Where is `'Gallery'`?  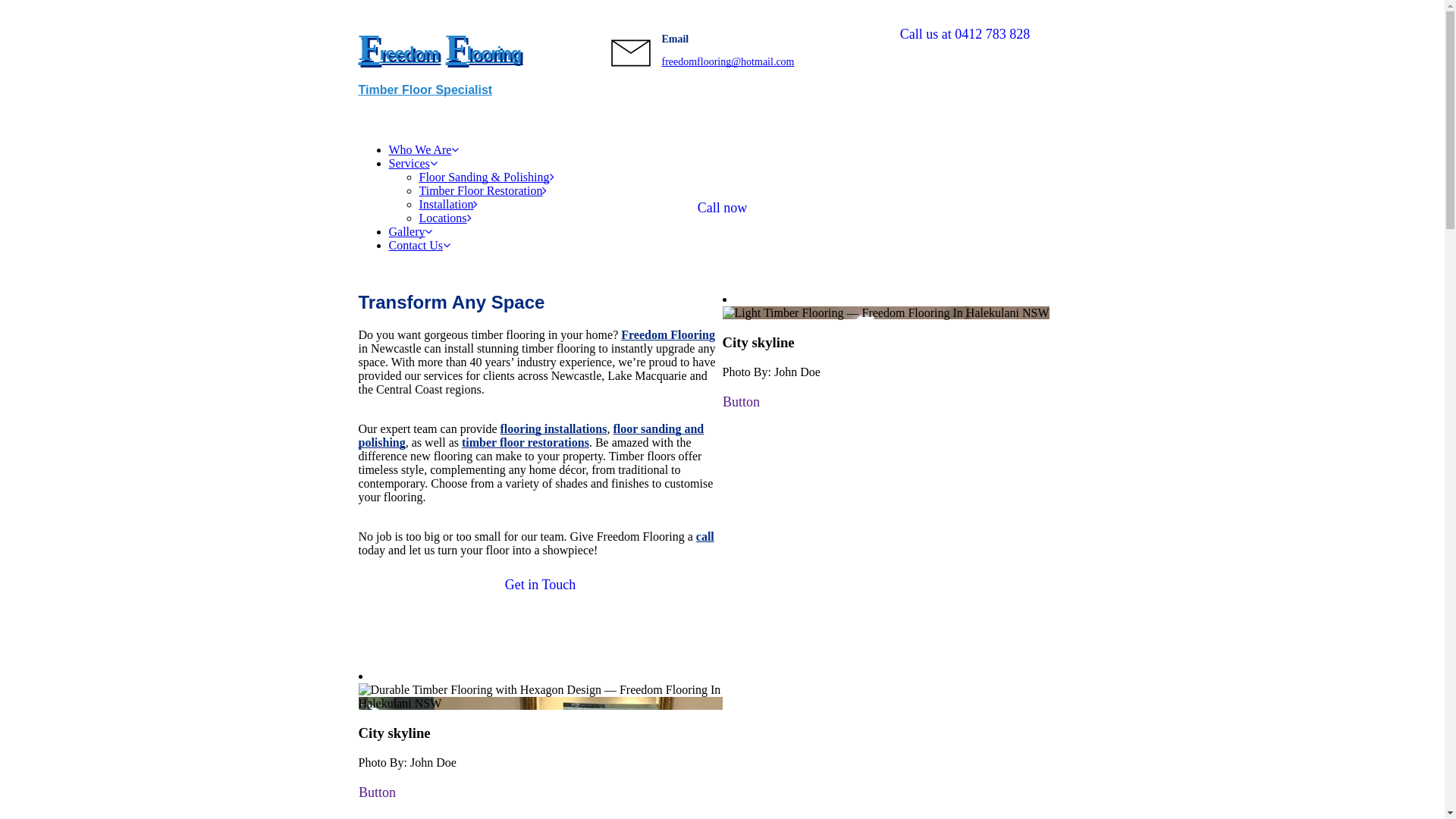 'Gallery' is located at coordinates (410, 231).